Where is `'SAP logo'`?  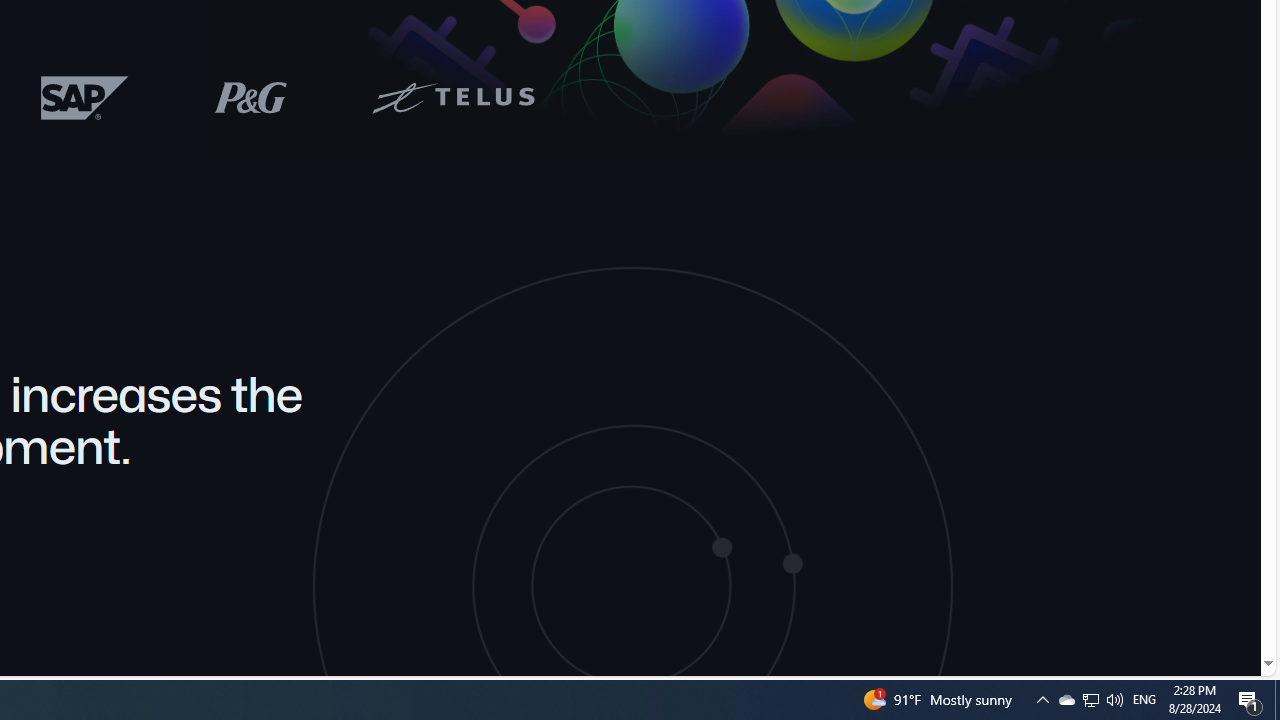 'SAP logo' is located at coordinates (84, 97).